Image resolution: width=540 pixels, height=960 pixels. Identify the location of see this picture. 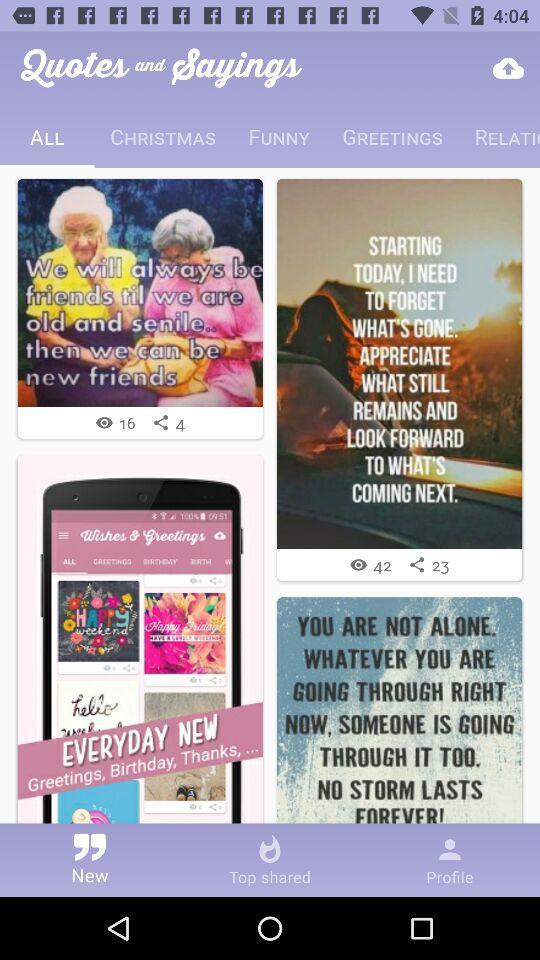
(139, 291).